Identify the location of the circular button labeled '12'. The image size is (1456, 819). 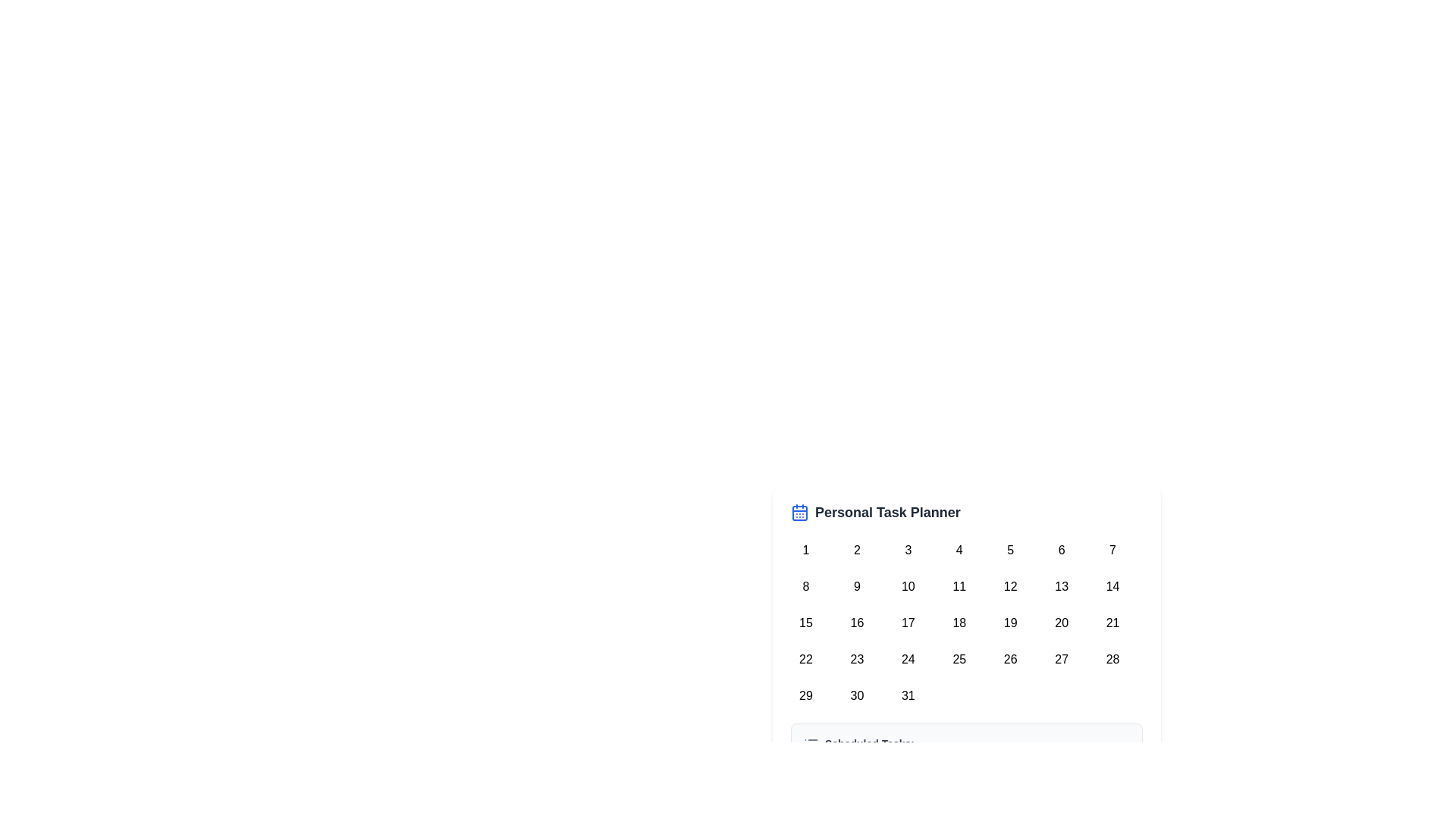
(1010, 586).